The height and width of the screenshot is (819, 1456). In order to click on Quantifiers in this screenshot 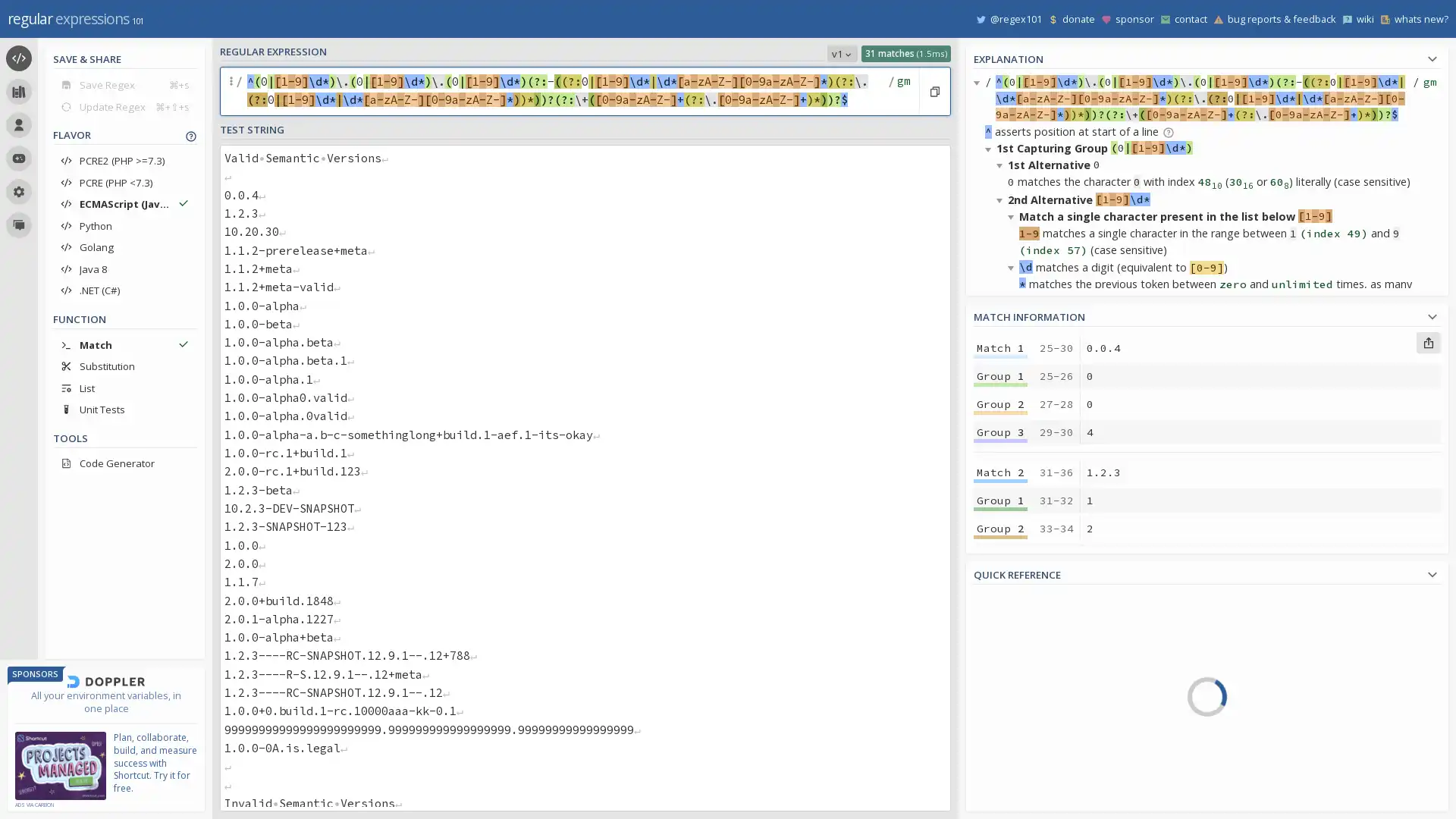, I will do `click(1044, 736)`.